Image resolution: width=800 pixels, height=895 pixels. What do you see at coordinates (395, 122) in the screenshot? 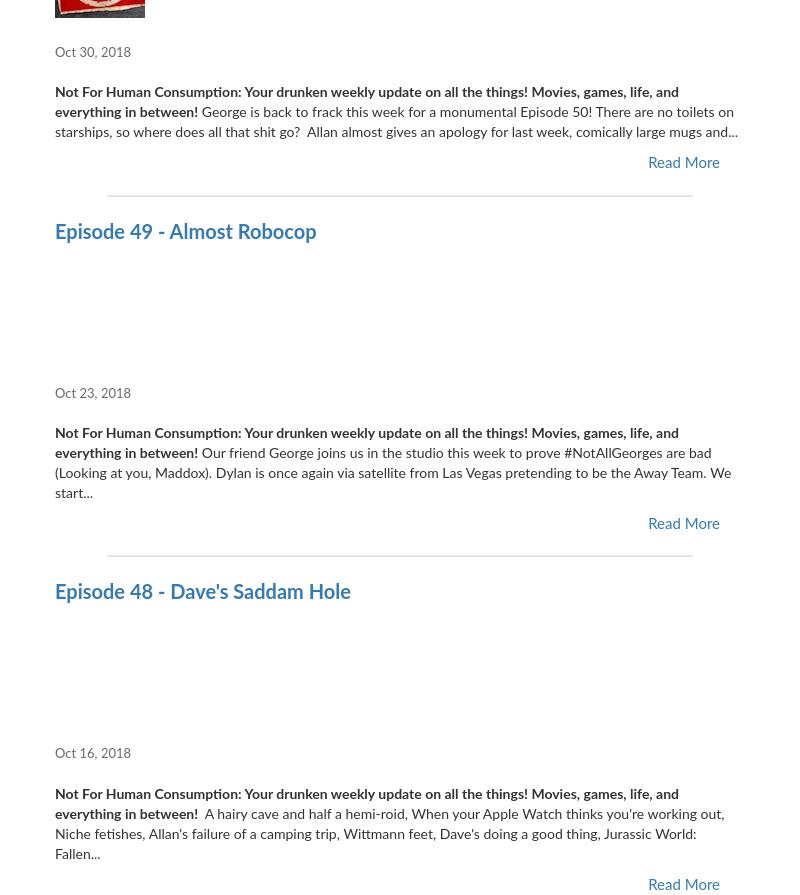
I see `'George is back to frack this week for a
monumental Episode 50! There are no toilets on starships, so where
does all that shit go?  Allan almost gives an apology for last
week, comically large mugs and...'` at bounding box center [395, 122].